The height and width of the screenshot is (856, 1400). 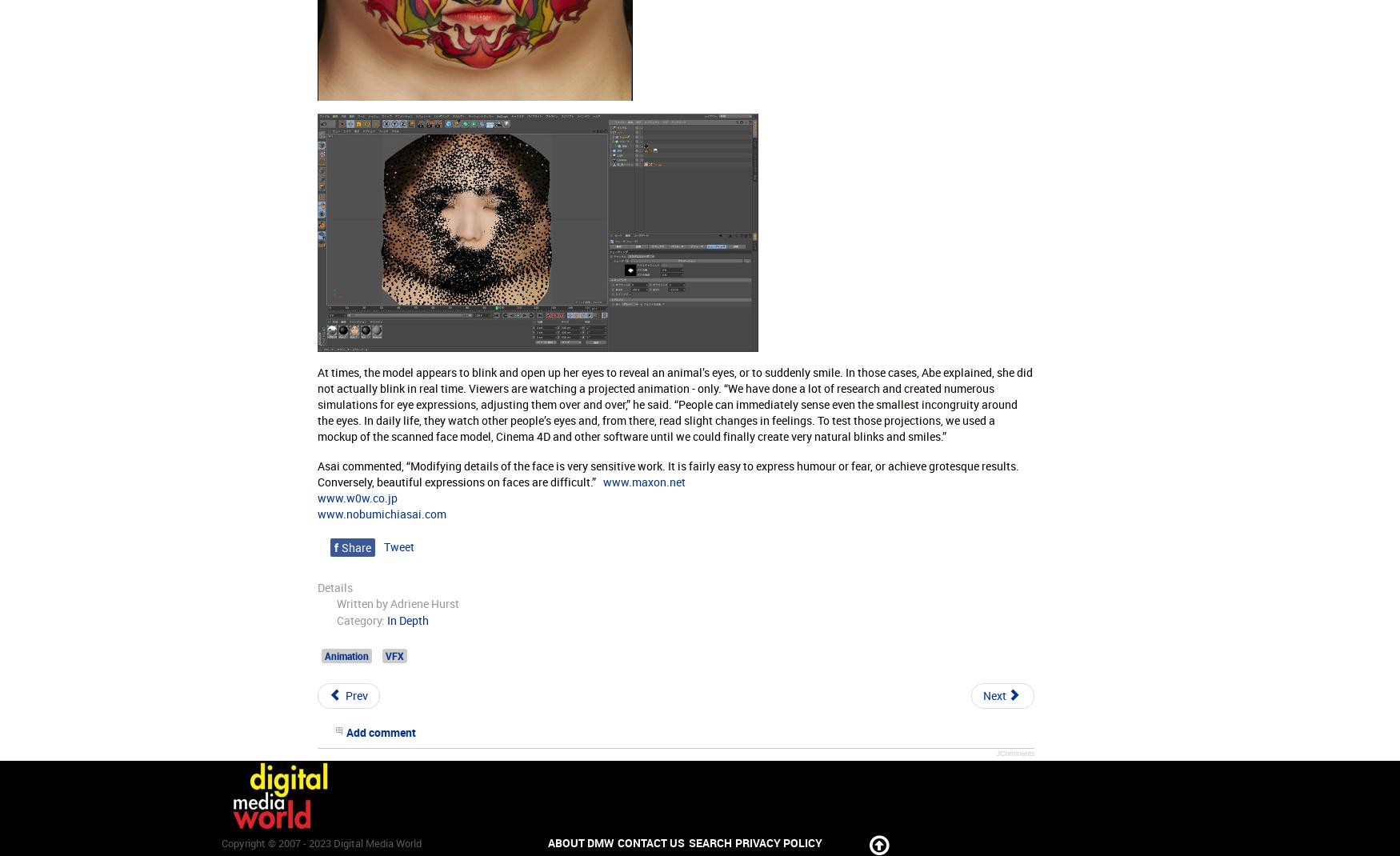 What do you see at coordinates (602, 480) in the screenshot?
I see `'www.maxon.net'` at bounding box center [602, 480].